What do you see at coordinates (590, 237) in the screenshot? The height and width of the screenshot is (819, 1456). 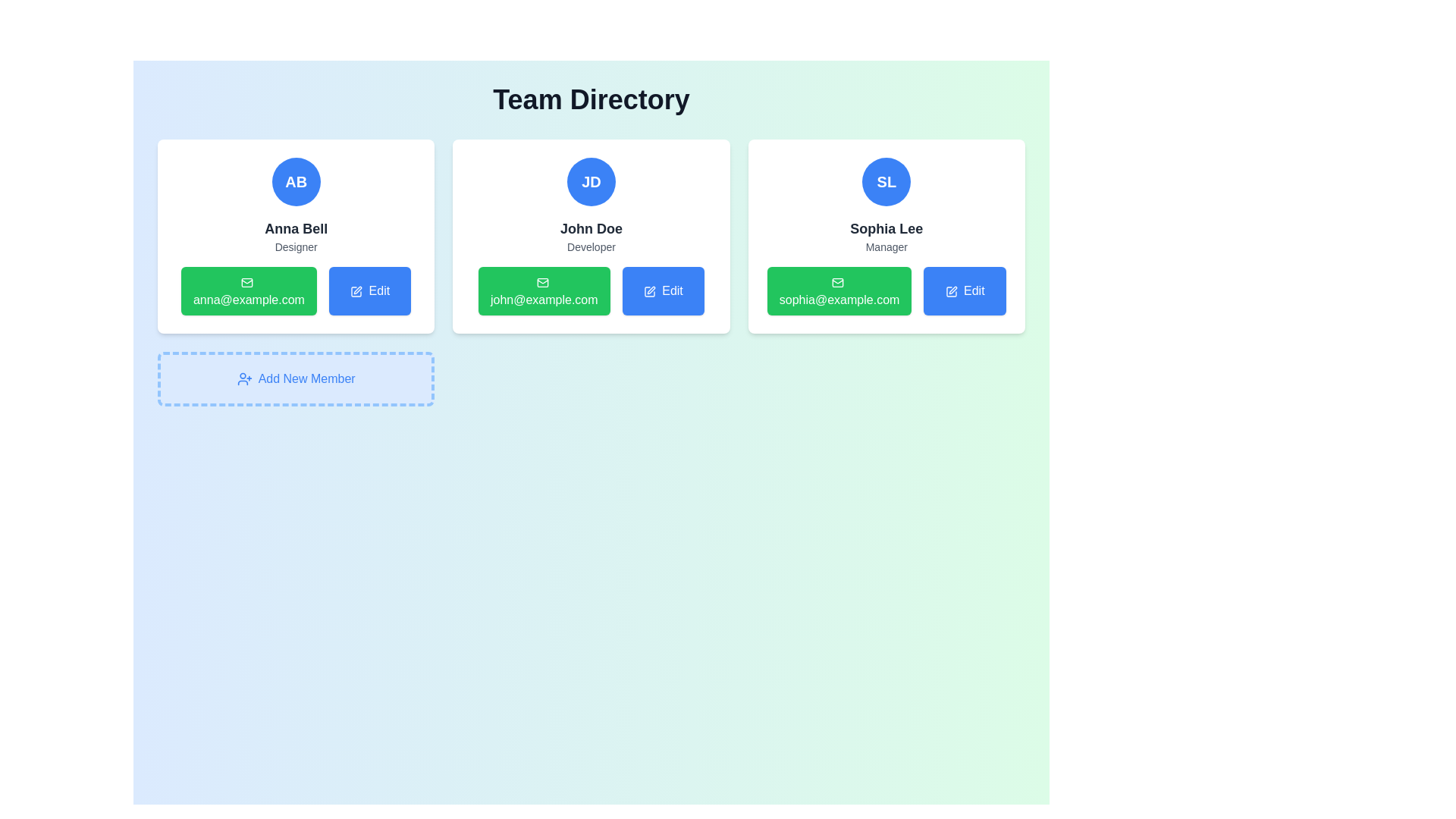 I see `the Text Display element which shows 'John Doe' and 'Developer', located in the middle card under the blue circular avatar with 'JD'` at bounding box center [590, 237].